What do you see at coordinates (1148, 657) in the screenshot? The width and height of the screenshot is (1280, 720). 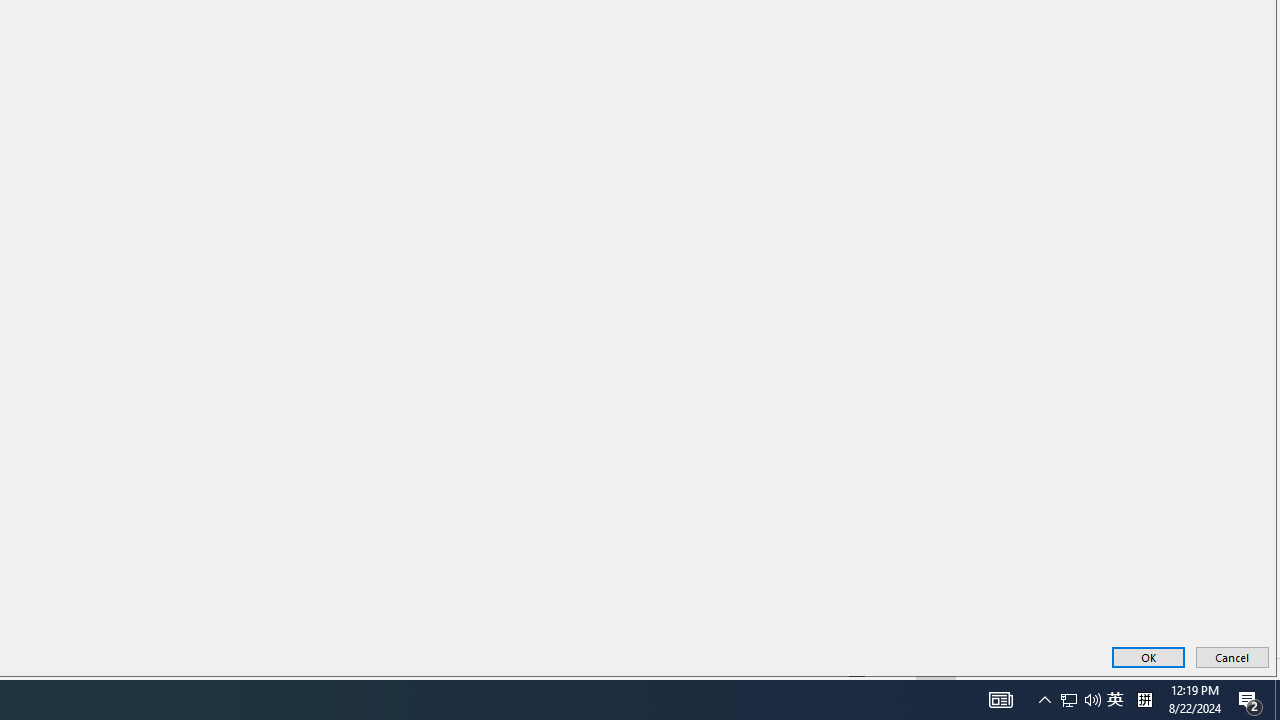 I see `'OK'` at bounding box center [1148, 657].